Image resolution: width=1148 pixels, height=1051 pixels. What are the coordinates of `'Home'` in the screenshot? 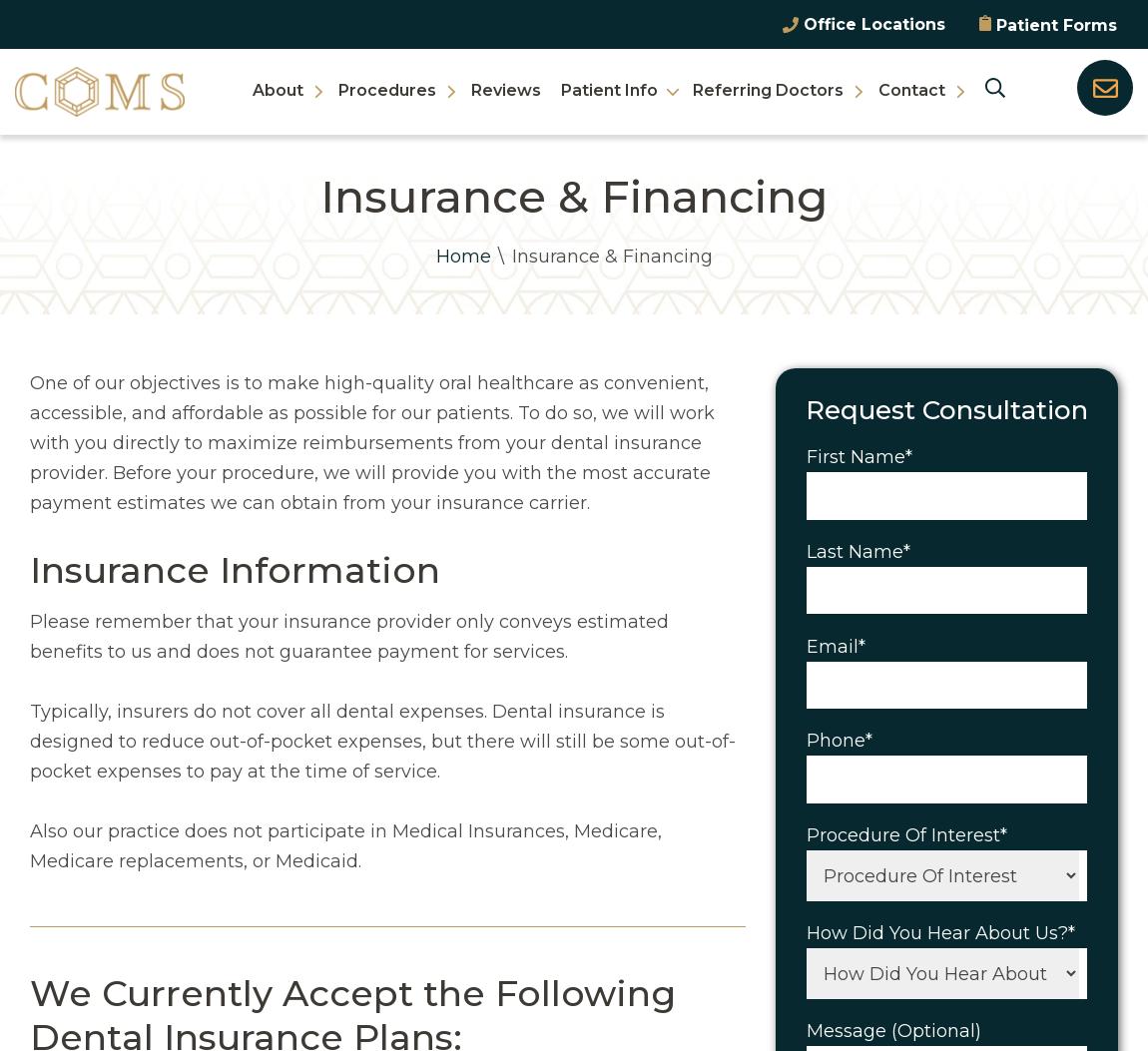 It's located at (462, 256).